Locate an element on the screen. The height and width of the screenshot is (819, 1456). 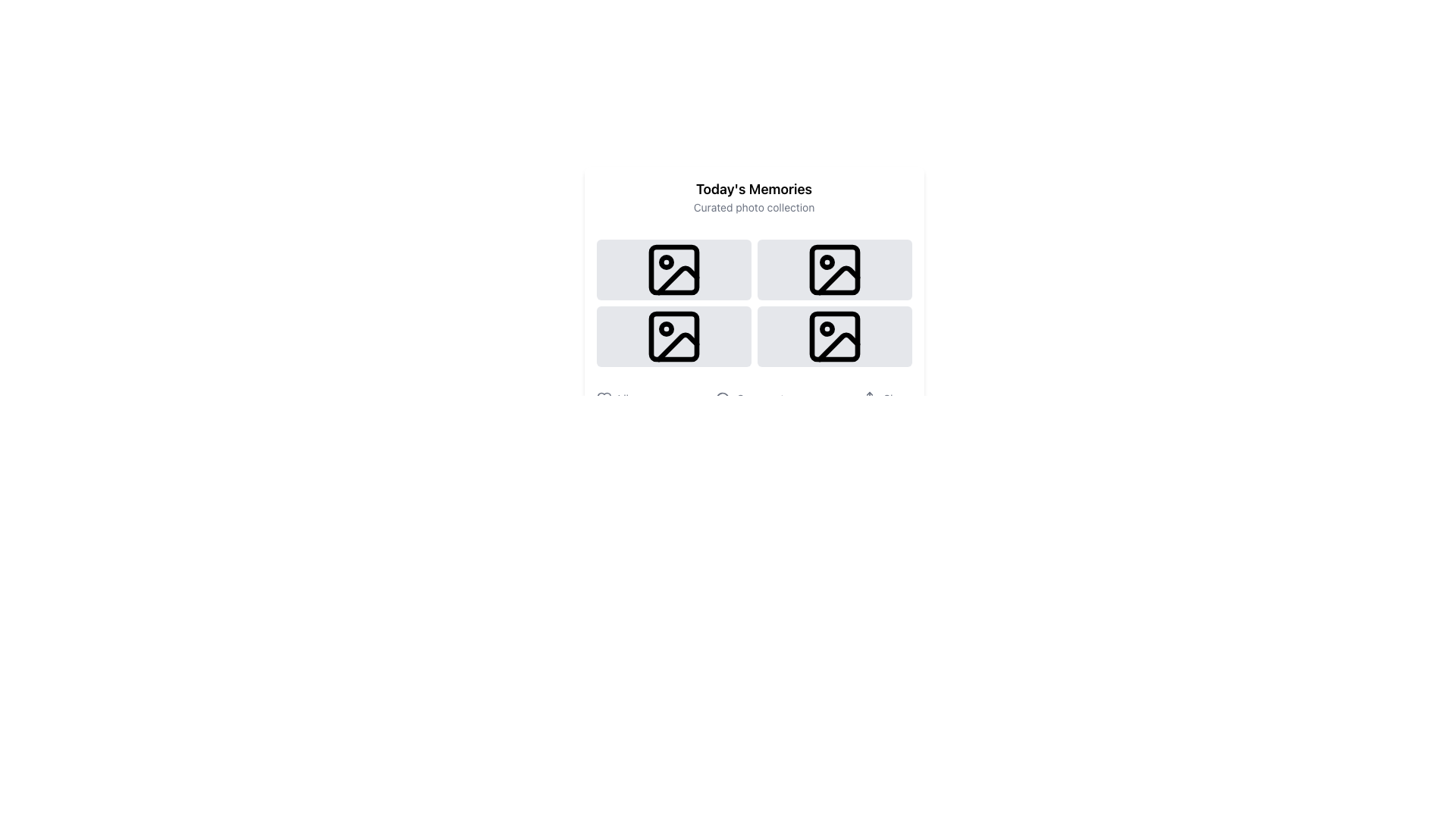
the 'share' SVG icon, which features a rectangular base and an upward-pointing arrow, located in the lower-right area of the context, to the left of the text labeled 'Share' is located at coordinates (870, 397).